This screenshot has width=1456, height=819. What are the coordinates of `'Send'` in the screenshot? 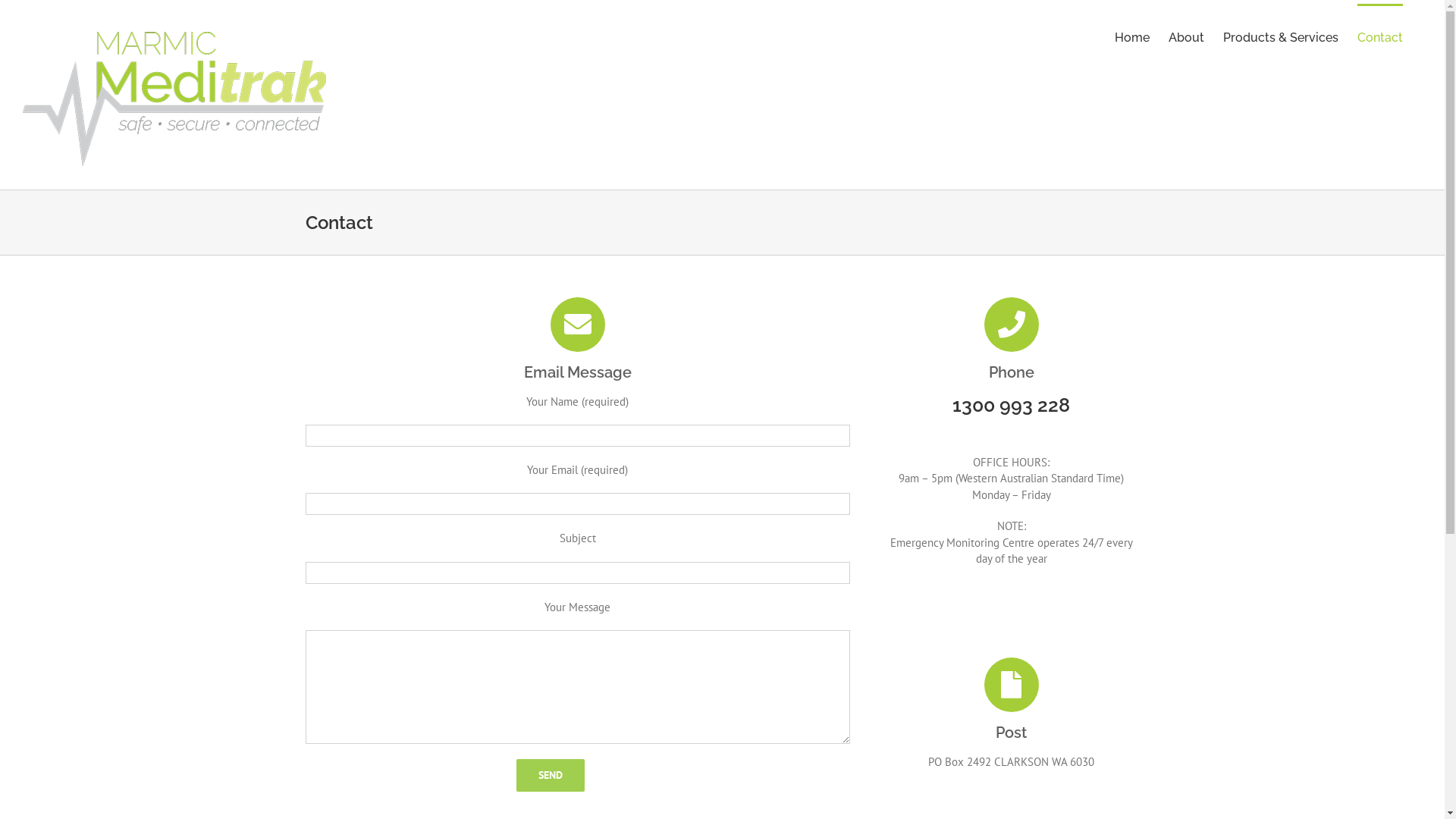 It's located at (516, 775).